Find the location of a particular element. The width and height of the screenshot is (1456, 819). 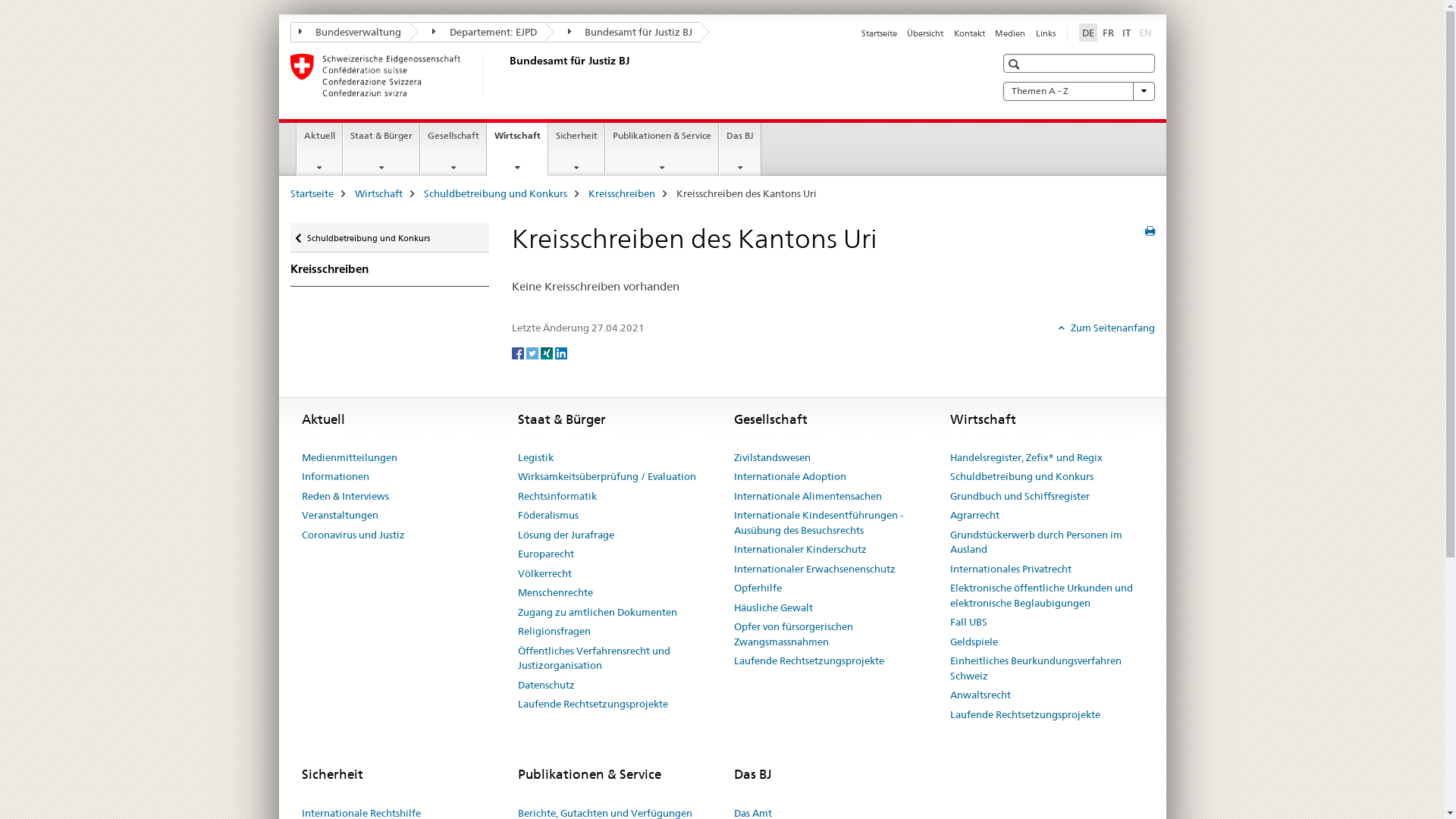

'Links' is located at coordinates (1044, 33).